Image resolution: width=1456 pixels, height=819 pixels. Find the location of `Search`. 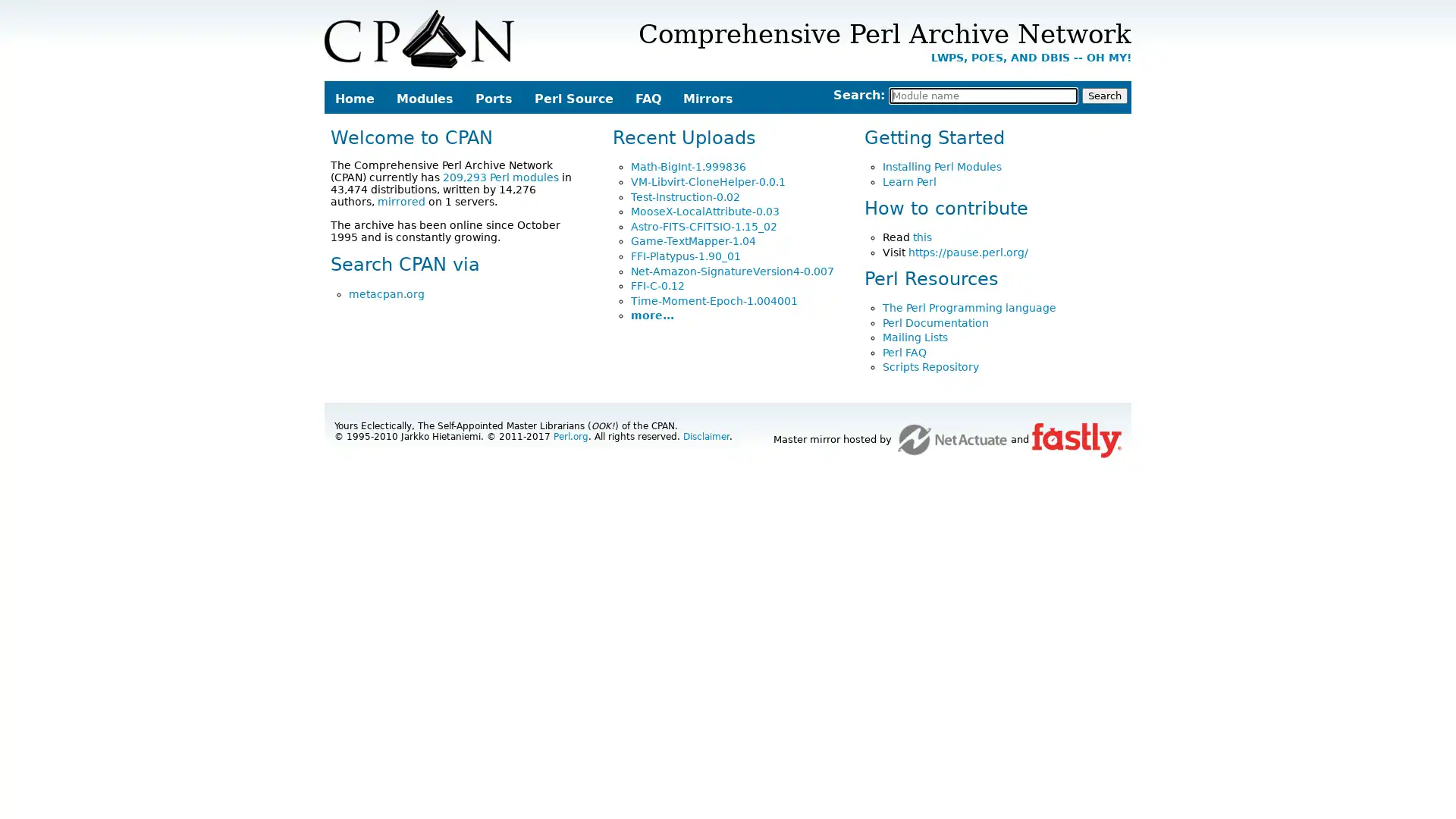

Search is located at coordinates (1105, 96).